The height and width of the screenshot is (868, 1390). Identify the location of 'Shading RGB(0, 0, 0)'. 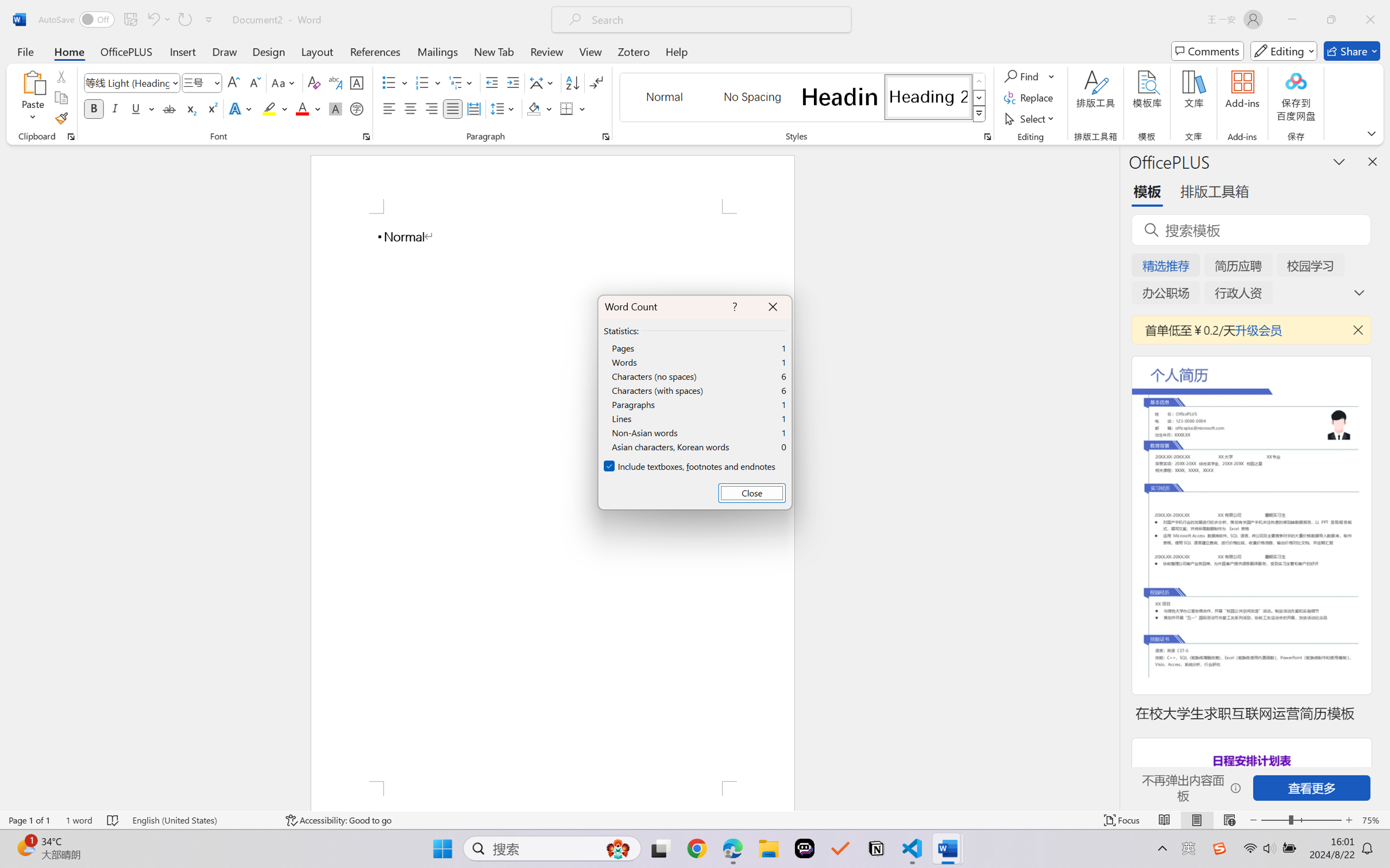
(533, 108).